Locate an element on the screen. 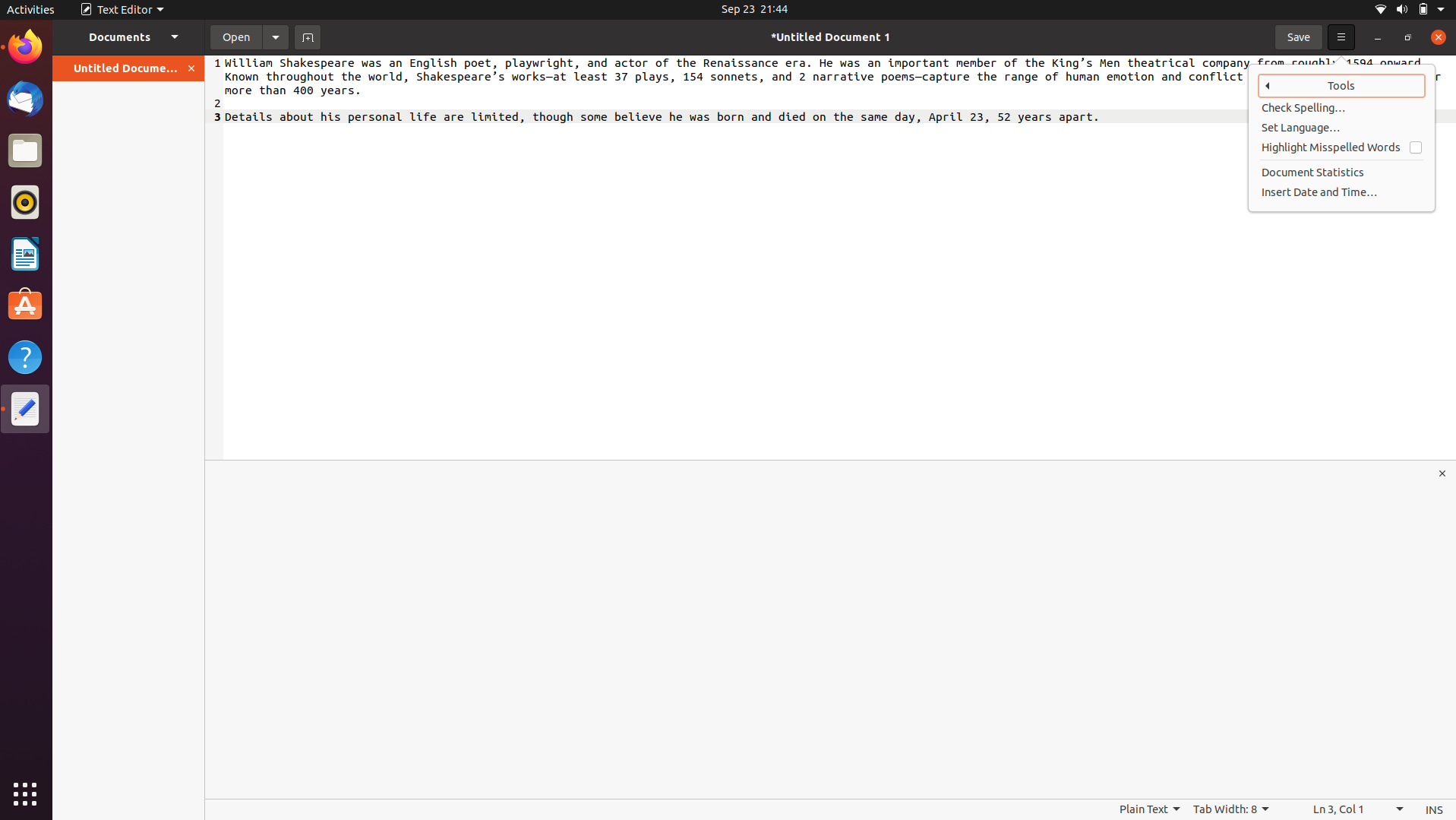 The image size is (1456, 820). other choices aside from straightforward text is located at coordinates (1148, 809).